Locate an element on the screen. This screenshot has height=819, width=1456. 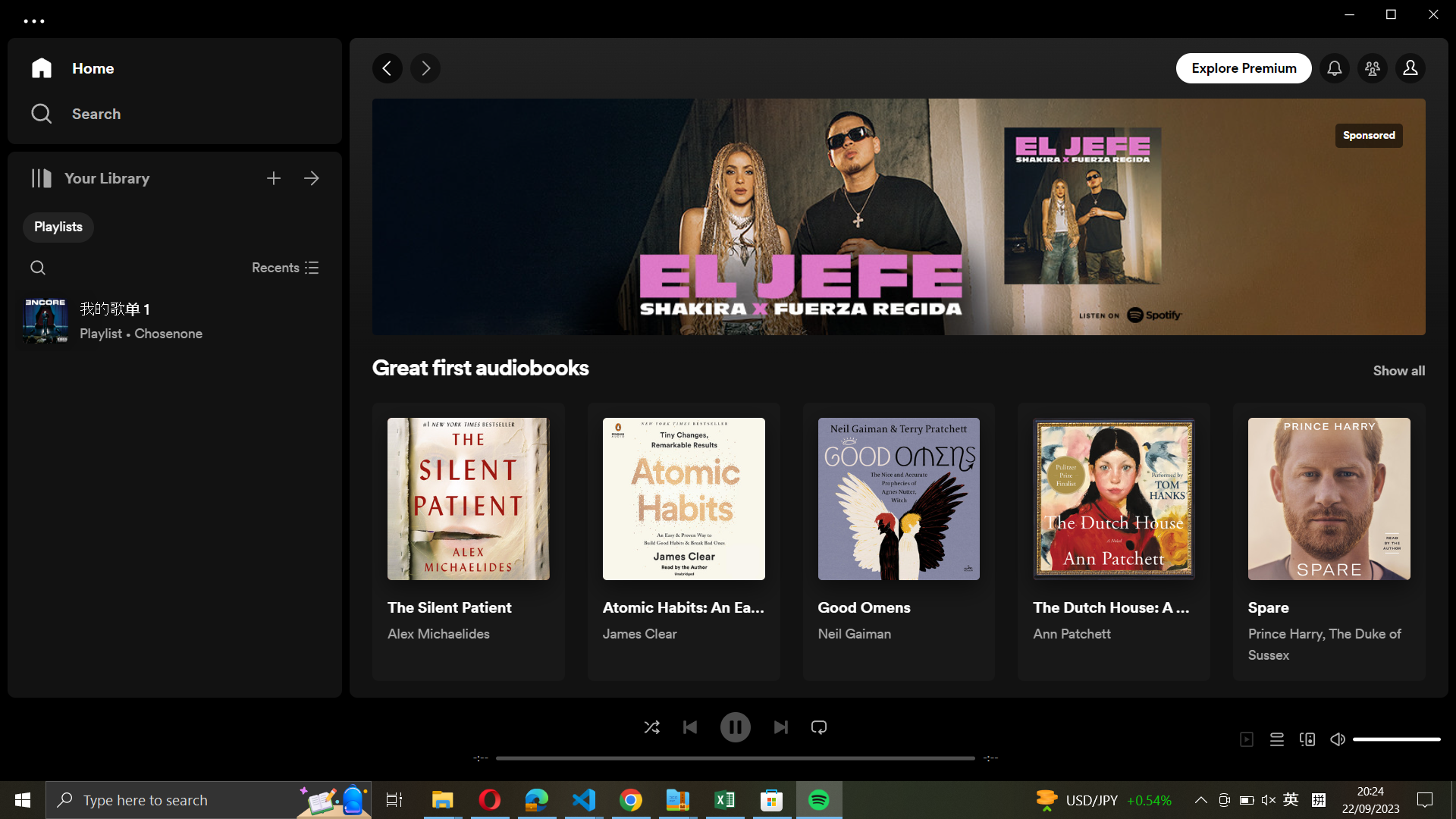
Terminate all currently open audiobooks is located at coordinates (285, 265).